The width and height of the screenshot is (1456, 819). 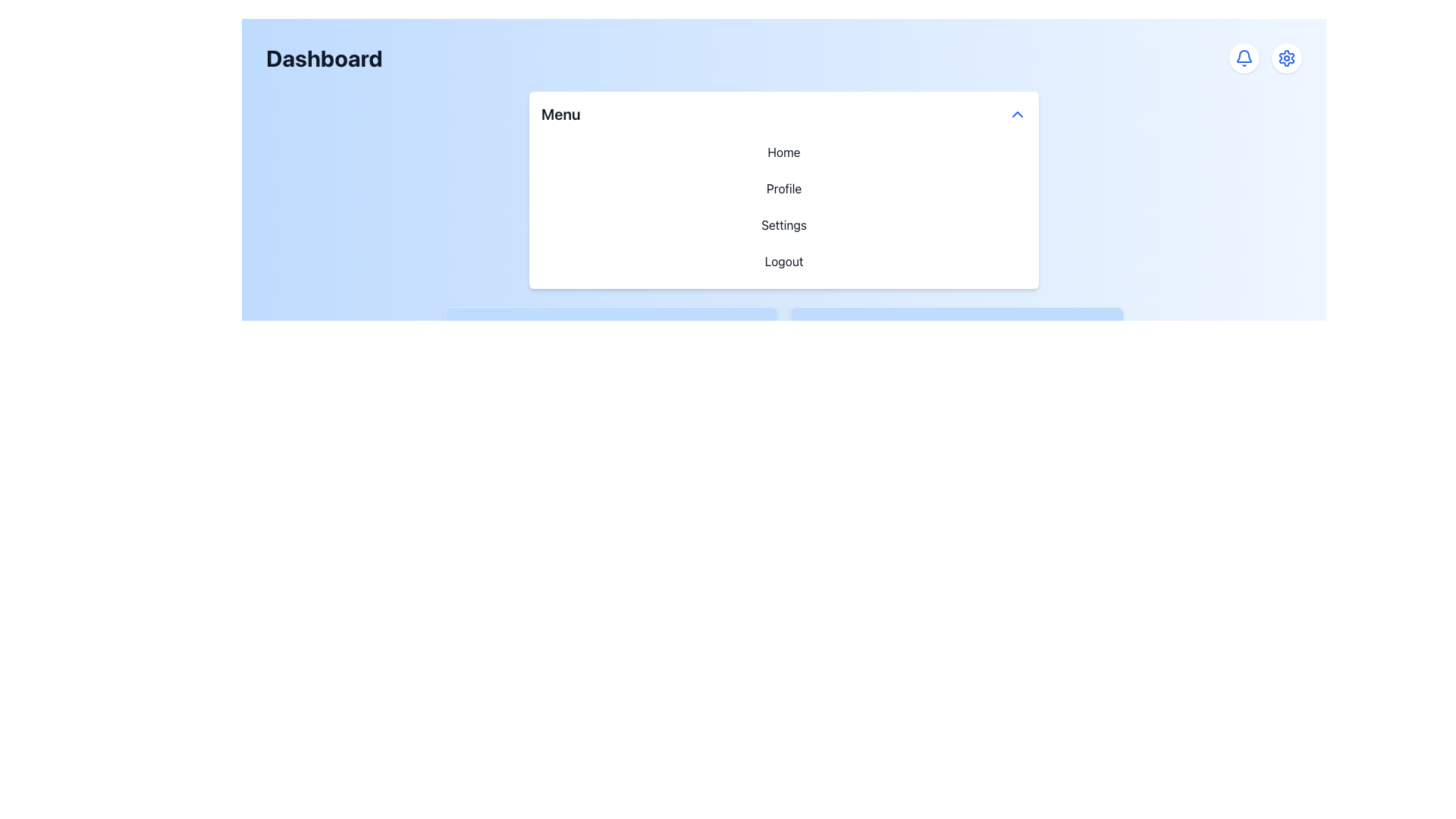 What do you see at coordinates (783, 188) in the screenshot?
I see `the Text Button located` at bounding box center [783, 188].